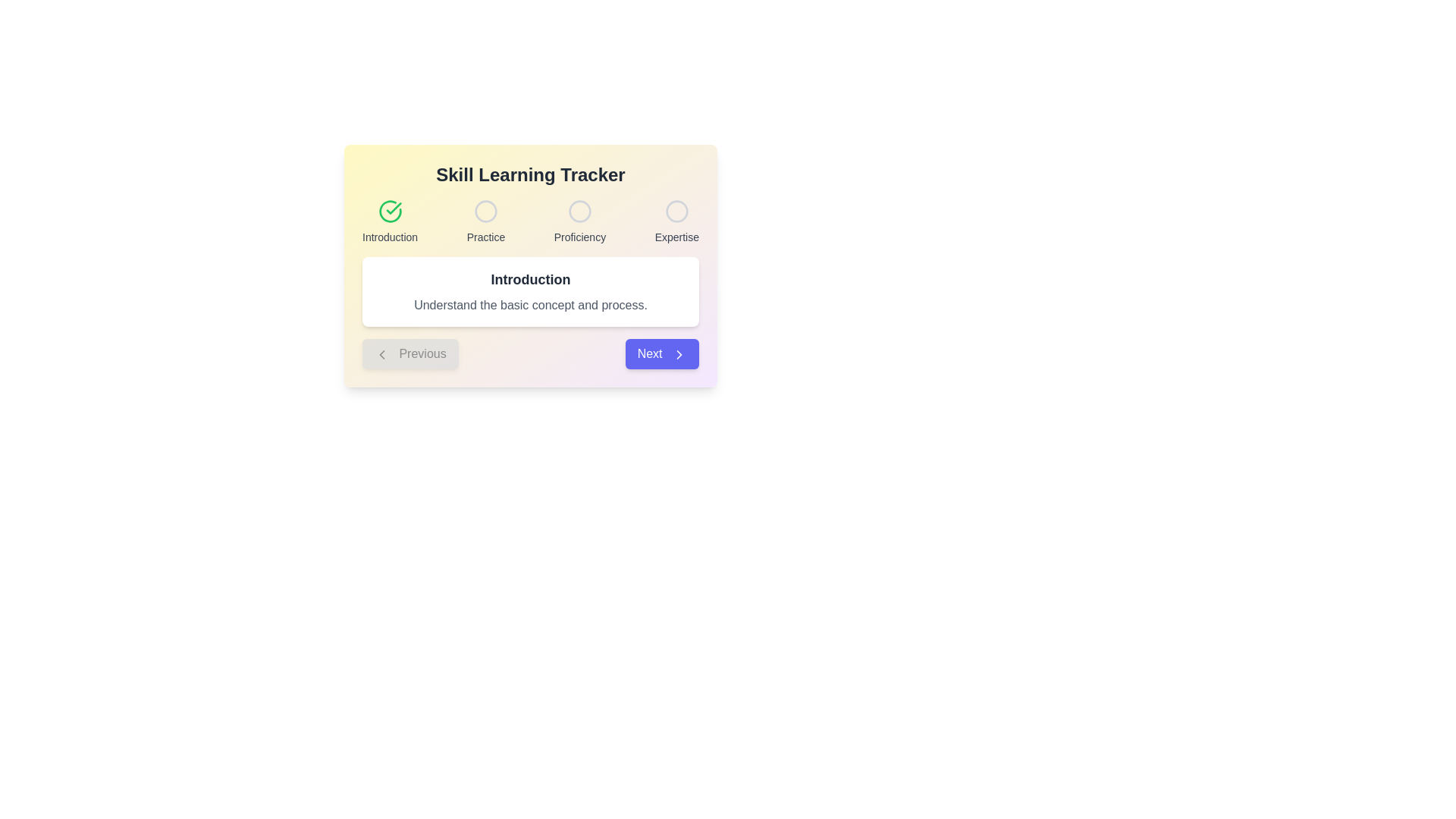  Describe the element at coordinates (579, 222) in the screenshot. I see `'Proficiency' progress indicator in the skill tracker interface for detailed information` at that location.